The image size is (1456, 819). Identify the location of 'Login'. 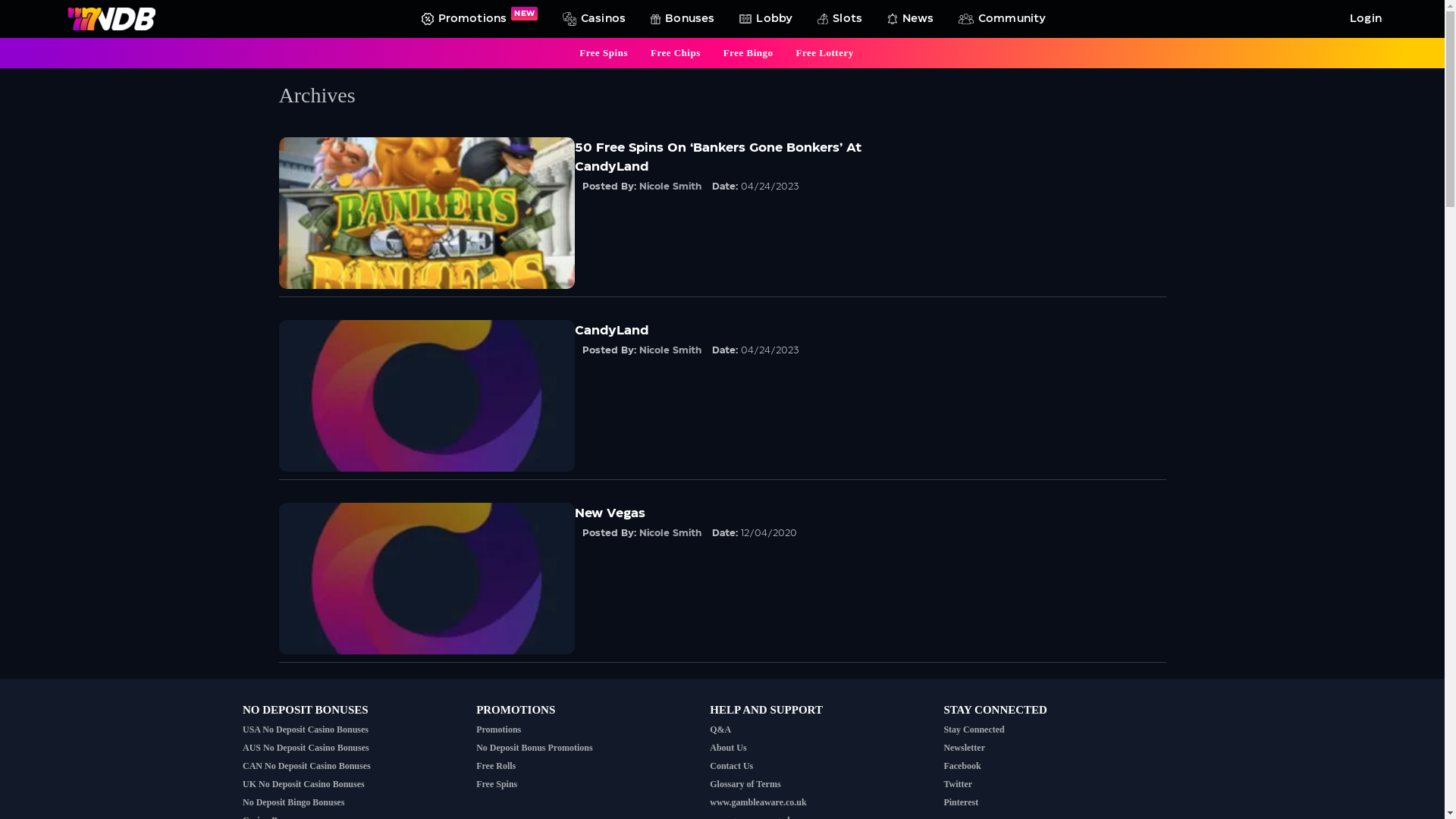
(1363, 18).